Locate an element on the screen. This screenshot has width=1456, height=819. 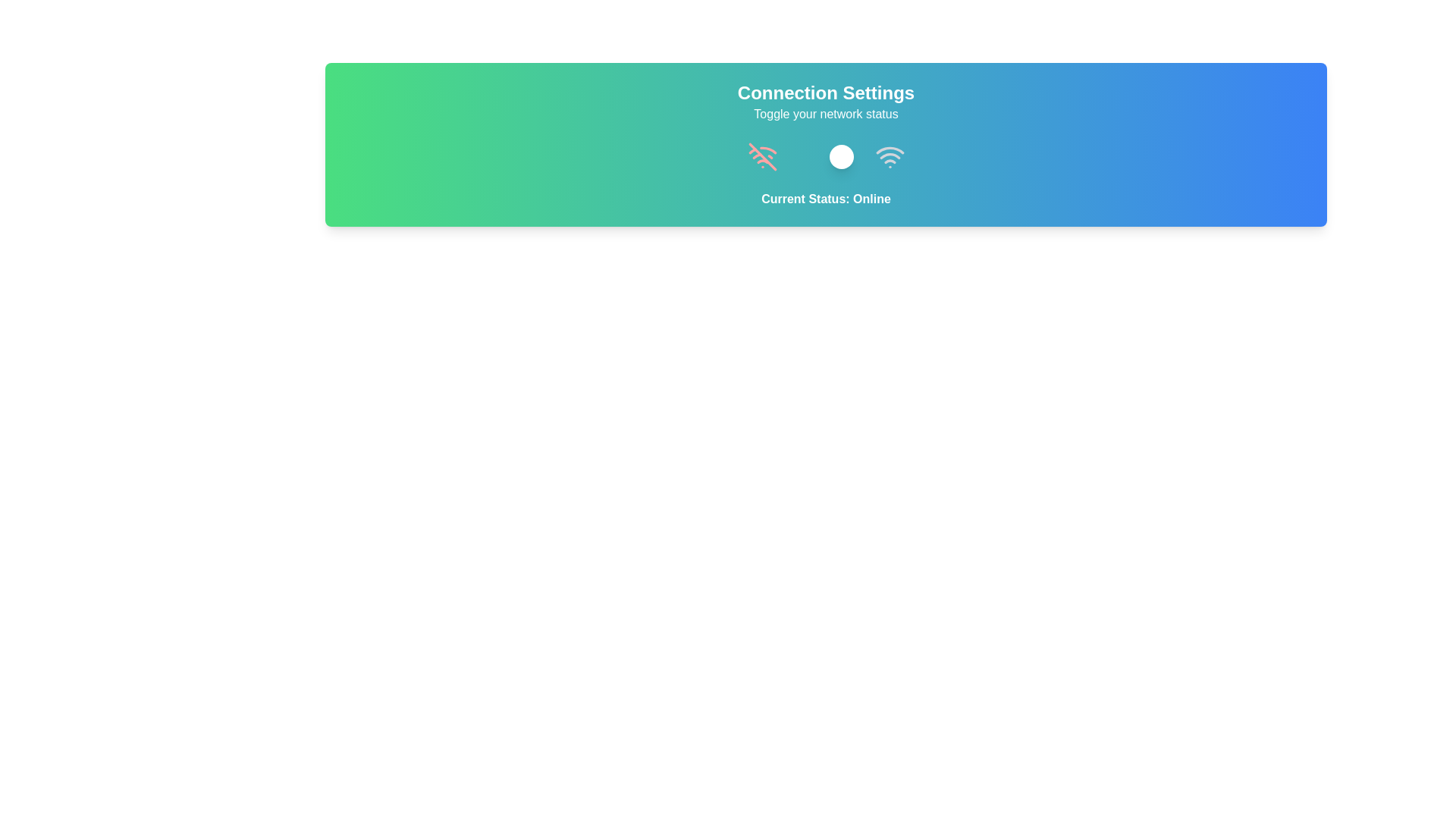
toggle button to change the network status is located at coordinates (825, 157).